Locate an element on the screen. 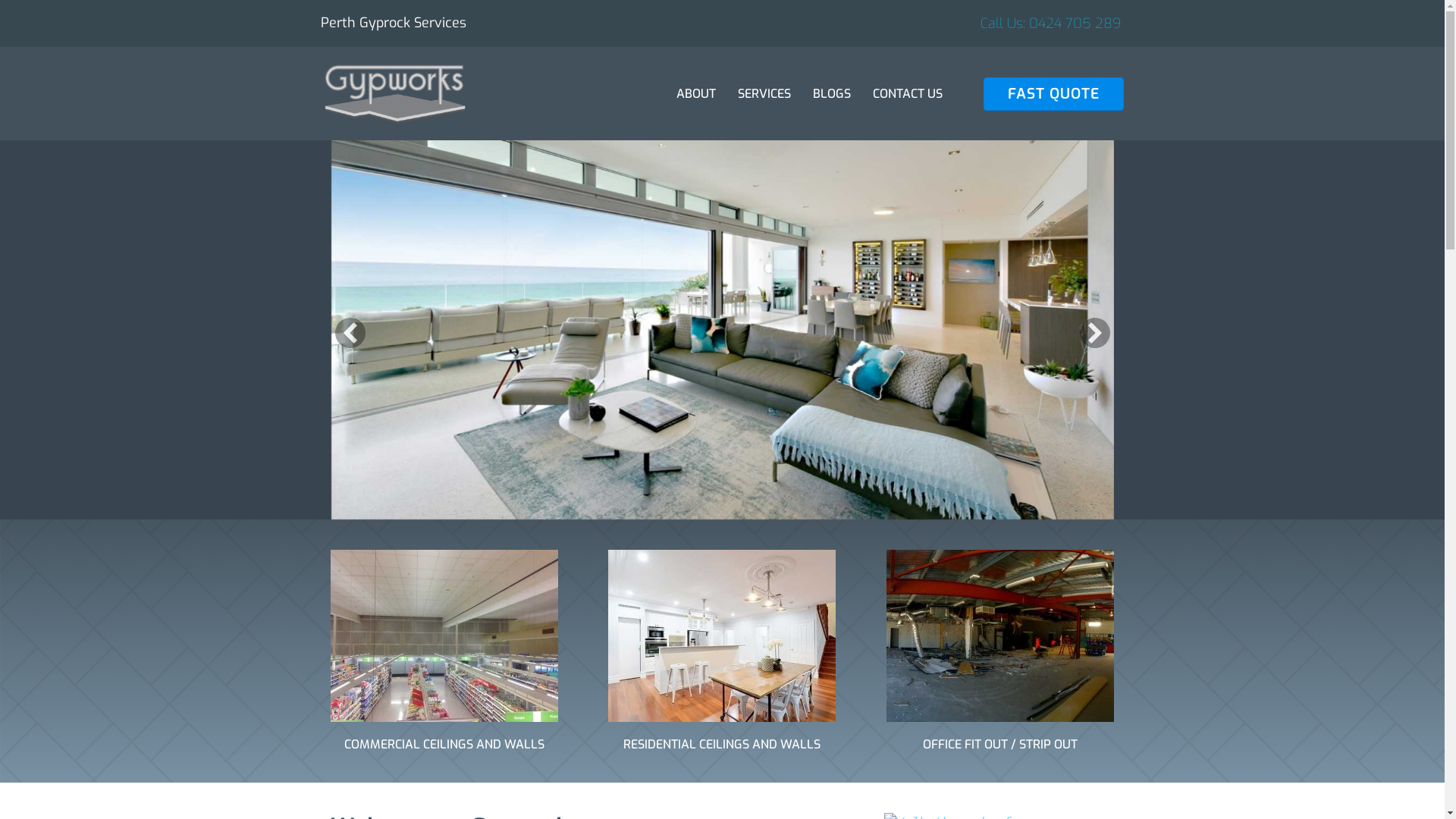 This screenshot has height=819, width=1456. 'ABOUT' is located at coordinates (695, 93).